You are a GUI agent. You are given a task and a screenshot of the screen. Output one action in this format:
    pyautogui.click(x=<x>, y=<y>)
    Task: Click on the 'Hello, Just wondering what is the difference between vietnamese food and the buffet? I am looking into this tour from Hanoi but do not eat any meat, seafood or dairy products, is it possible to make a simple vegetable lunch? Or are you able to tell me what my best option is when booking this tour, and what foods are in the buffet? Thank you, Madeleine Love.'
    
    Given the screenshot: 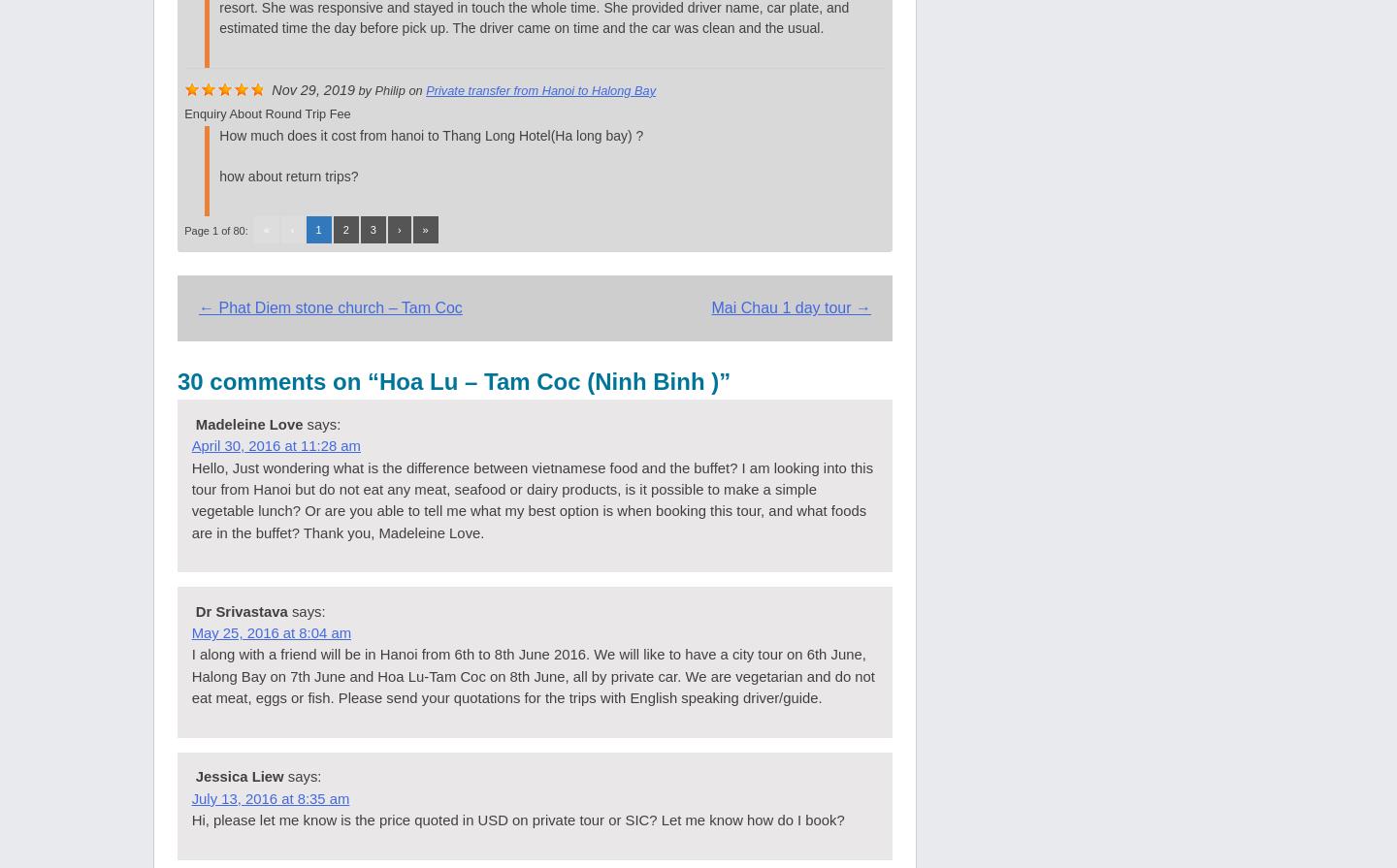 What is the action you would take?
    pyautogui.click(x=532, y=498)
    